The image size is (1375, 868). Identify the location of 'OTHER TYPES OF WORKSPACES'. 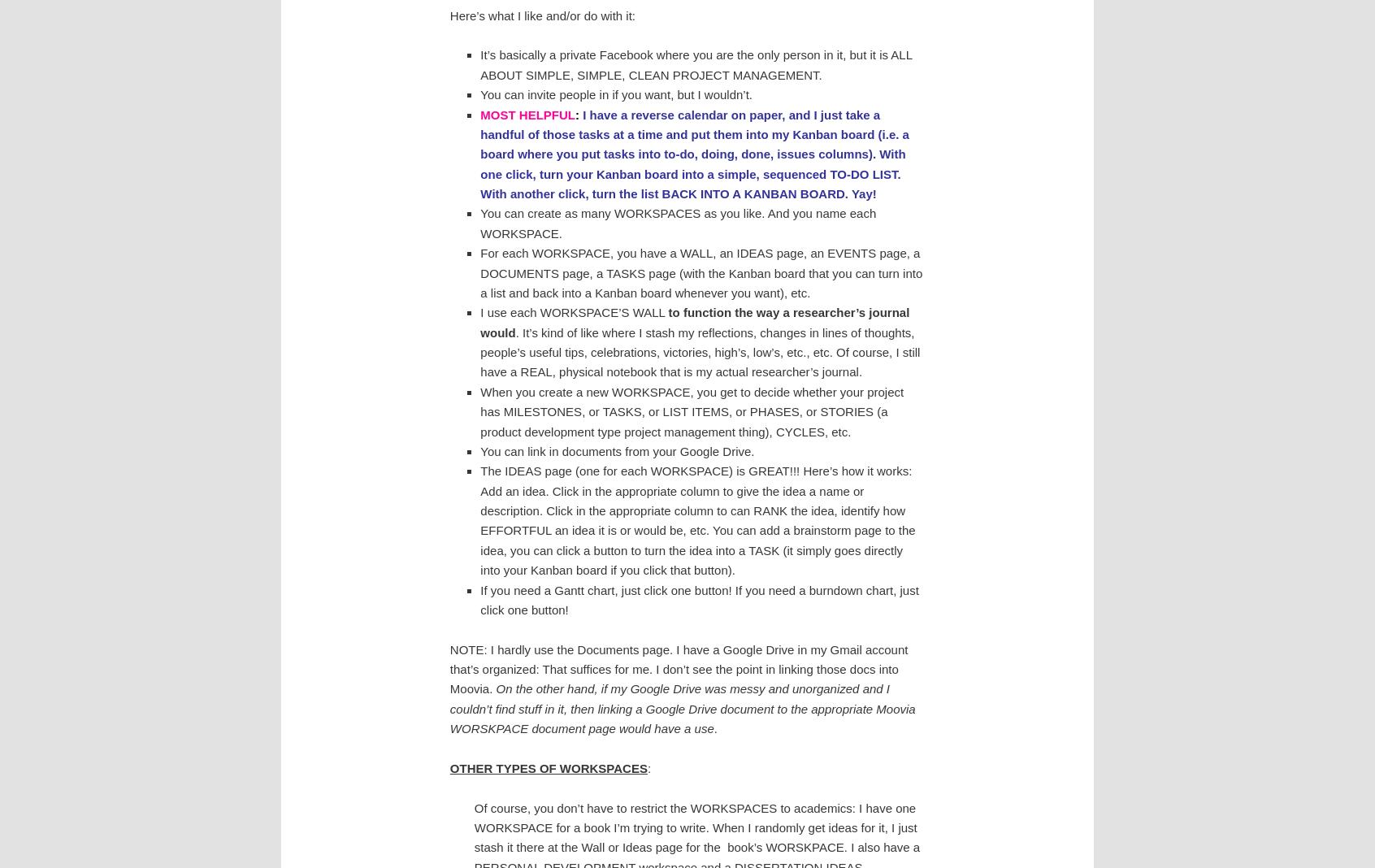
(449, 767).